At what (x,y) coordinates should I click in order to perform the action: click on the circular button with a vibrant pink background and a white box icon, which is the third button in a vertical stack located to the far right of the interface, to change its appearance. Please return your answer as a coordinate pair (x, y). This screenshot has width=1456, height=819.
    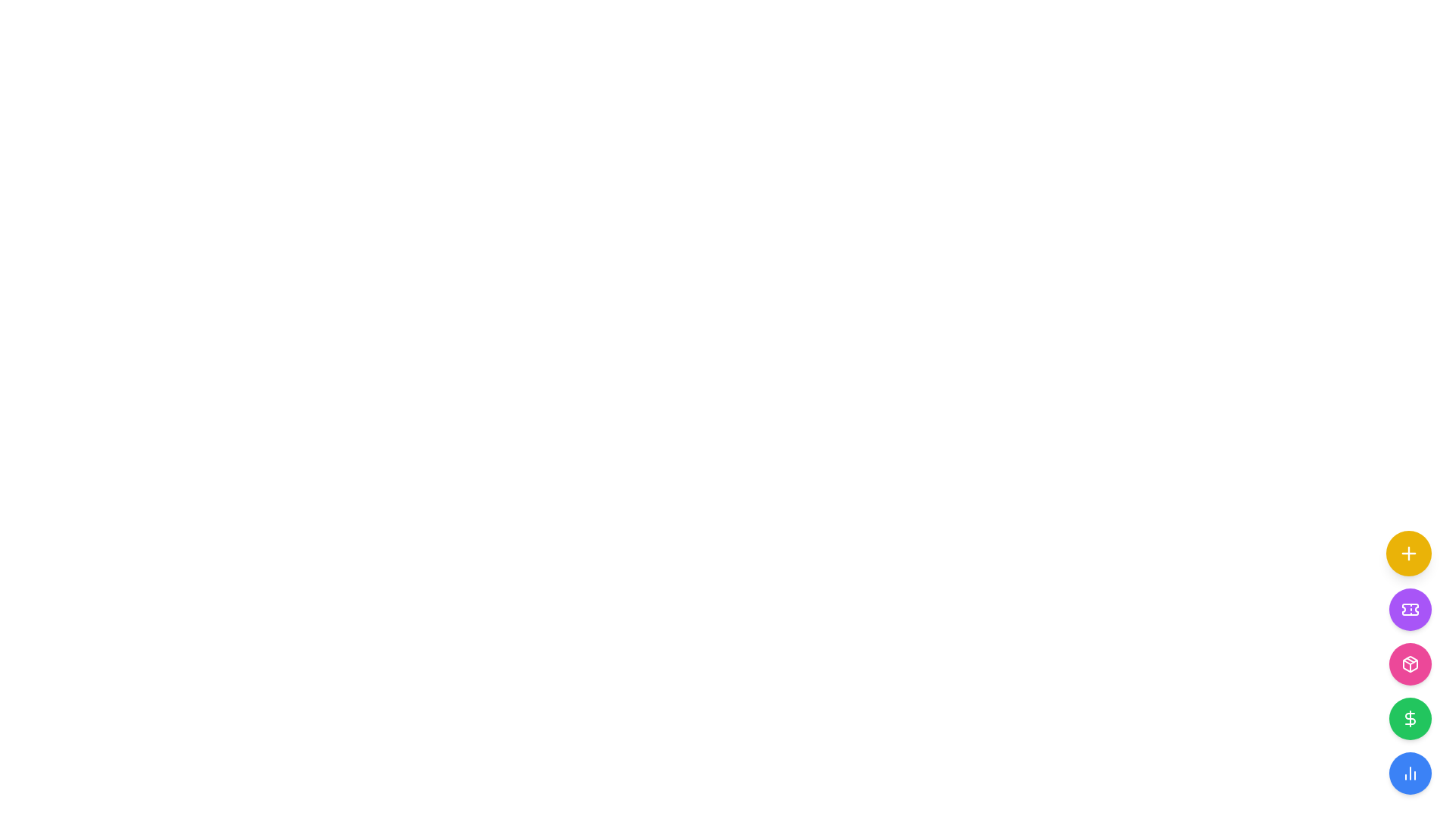
    Looking at the image, I should click on (1410, 663).